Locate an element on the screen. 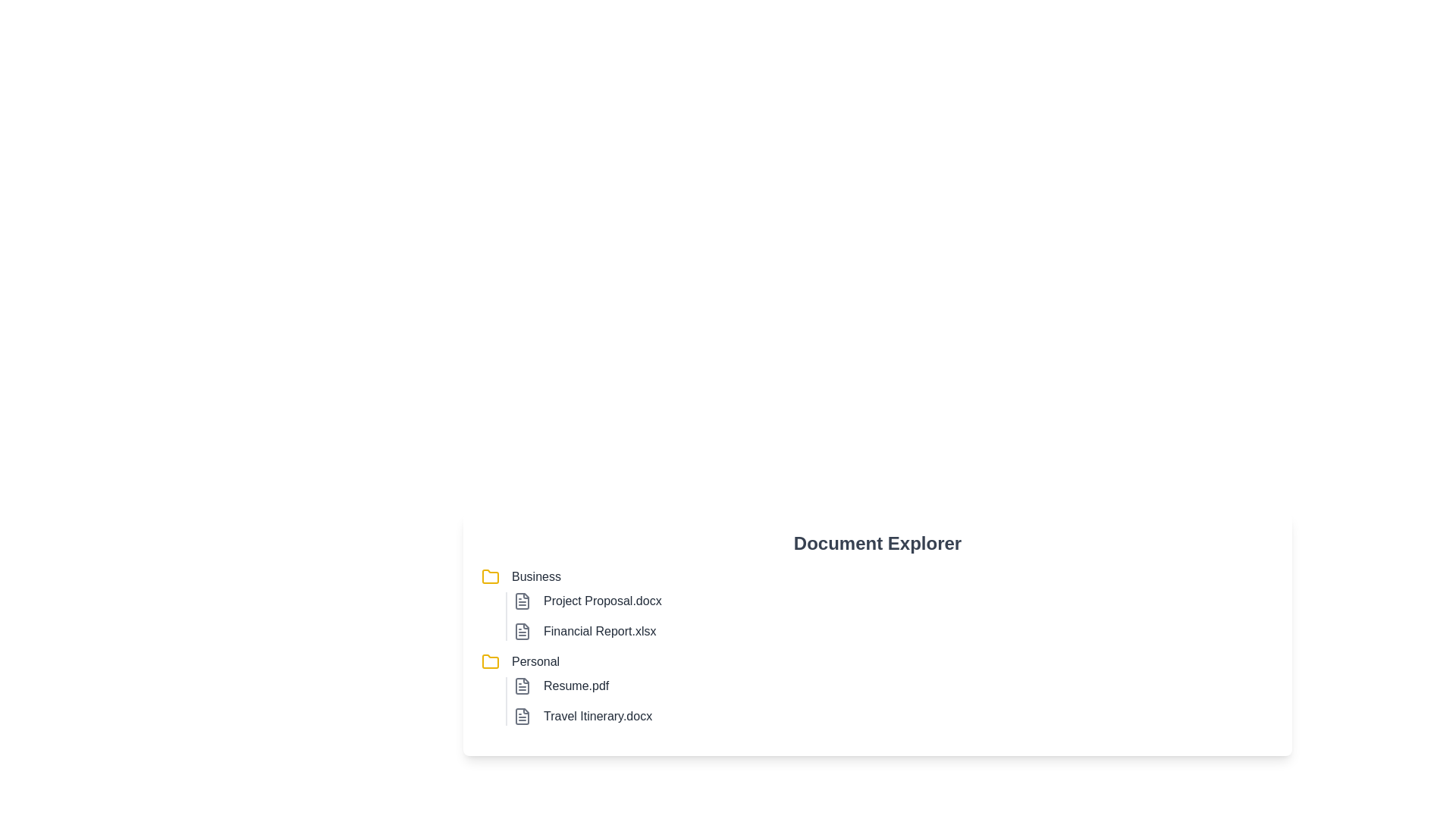 The height and width of the screenshot is (819, 1456). the small yellow folder icon located adjacent to the label 'Business' in the list layout is located at coordinates (491, 576).